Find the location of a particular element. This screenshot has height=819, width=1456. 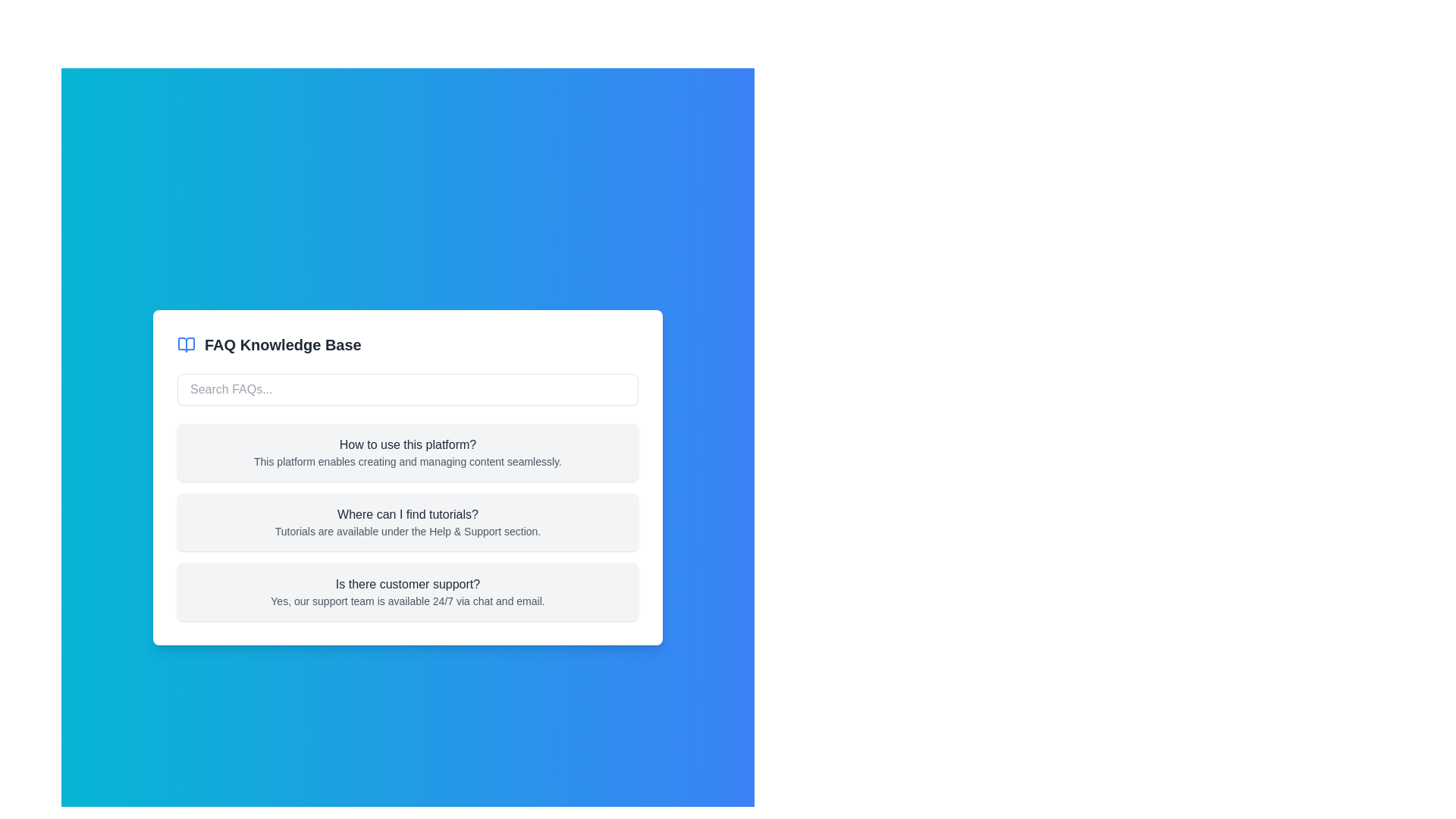

the Label (Text) element that serves as a title for the knowledge base or FAQ section, located near the top of the interface to the right of a blue open book icon is located at coordinates (283, 345).